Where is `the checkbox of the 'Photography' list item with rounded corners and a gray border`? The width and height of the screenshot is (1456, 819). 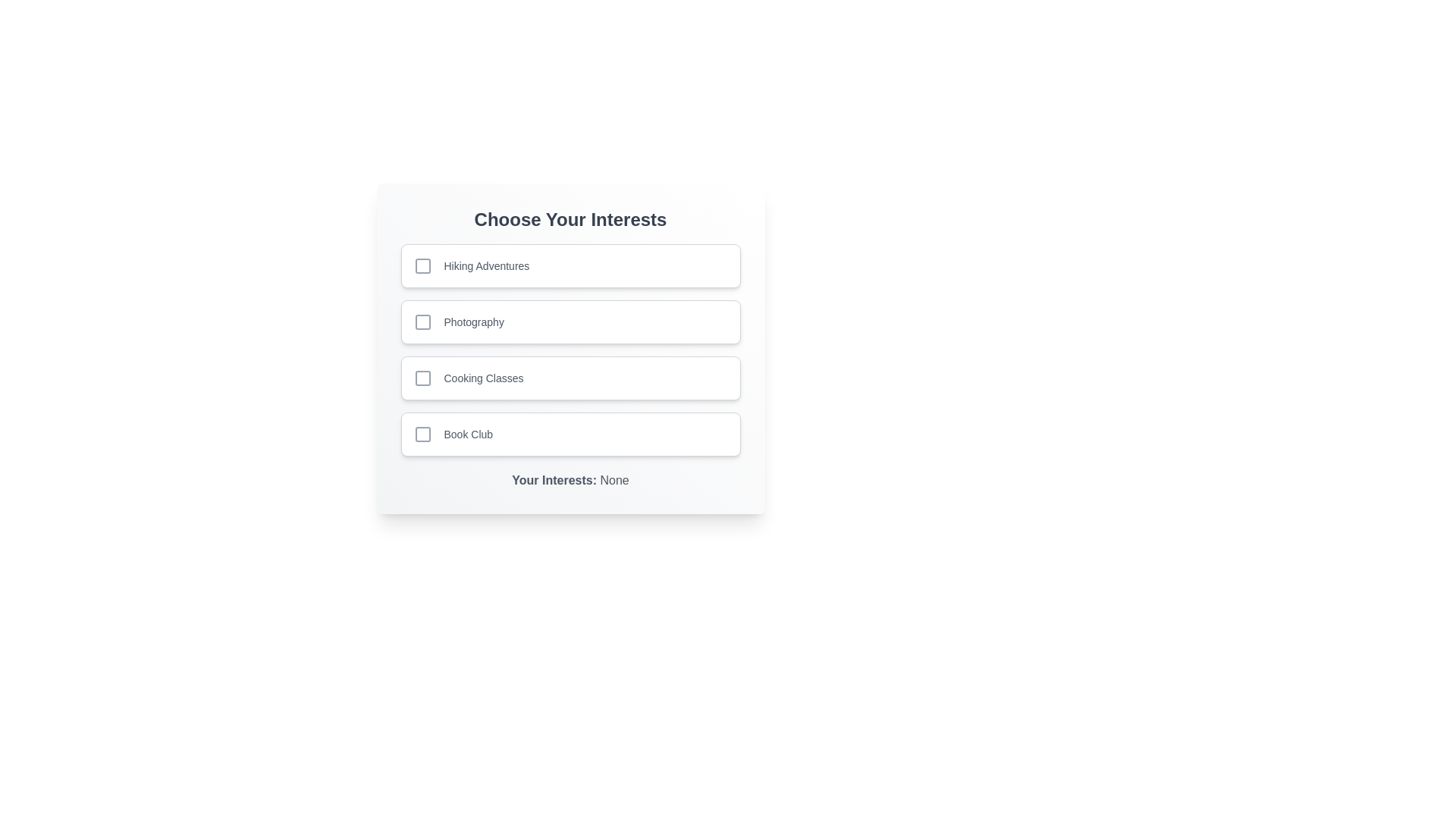 the checkbox of the 'Photography' list item with rounded corners and a gray border is located at coordinates (570, 321).